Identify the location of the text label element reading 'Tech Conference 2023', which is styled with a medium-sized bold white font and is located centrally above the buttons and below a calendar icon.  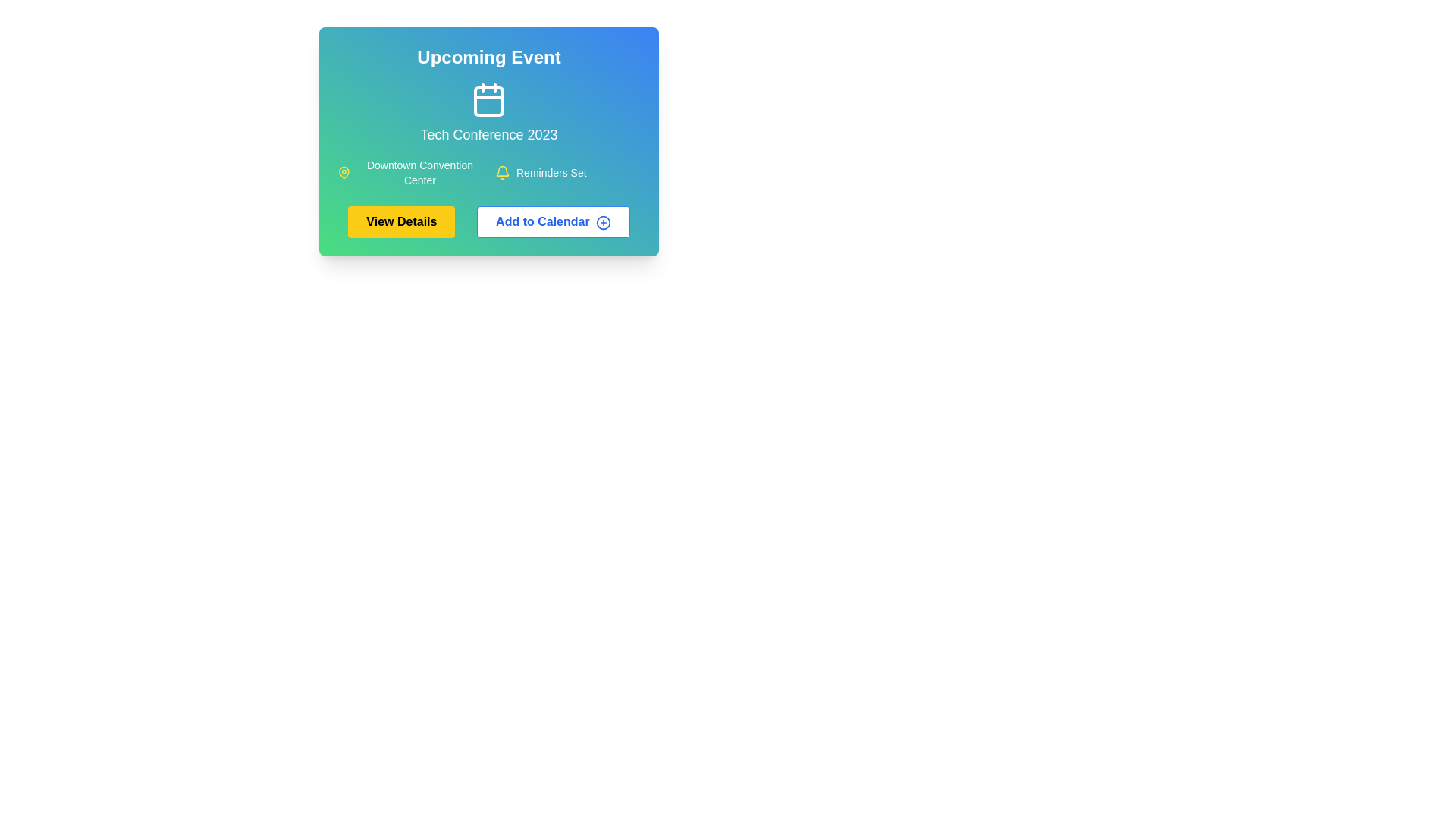
(488, 133).